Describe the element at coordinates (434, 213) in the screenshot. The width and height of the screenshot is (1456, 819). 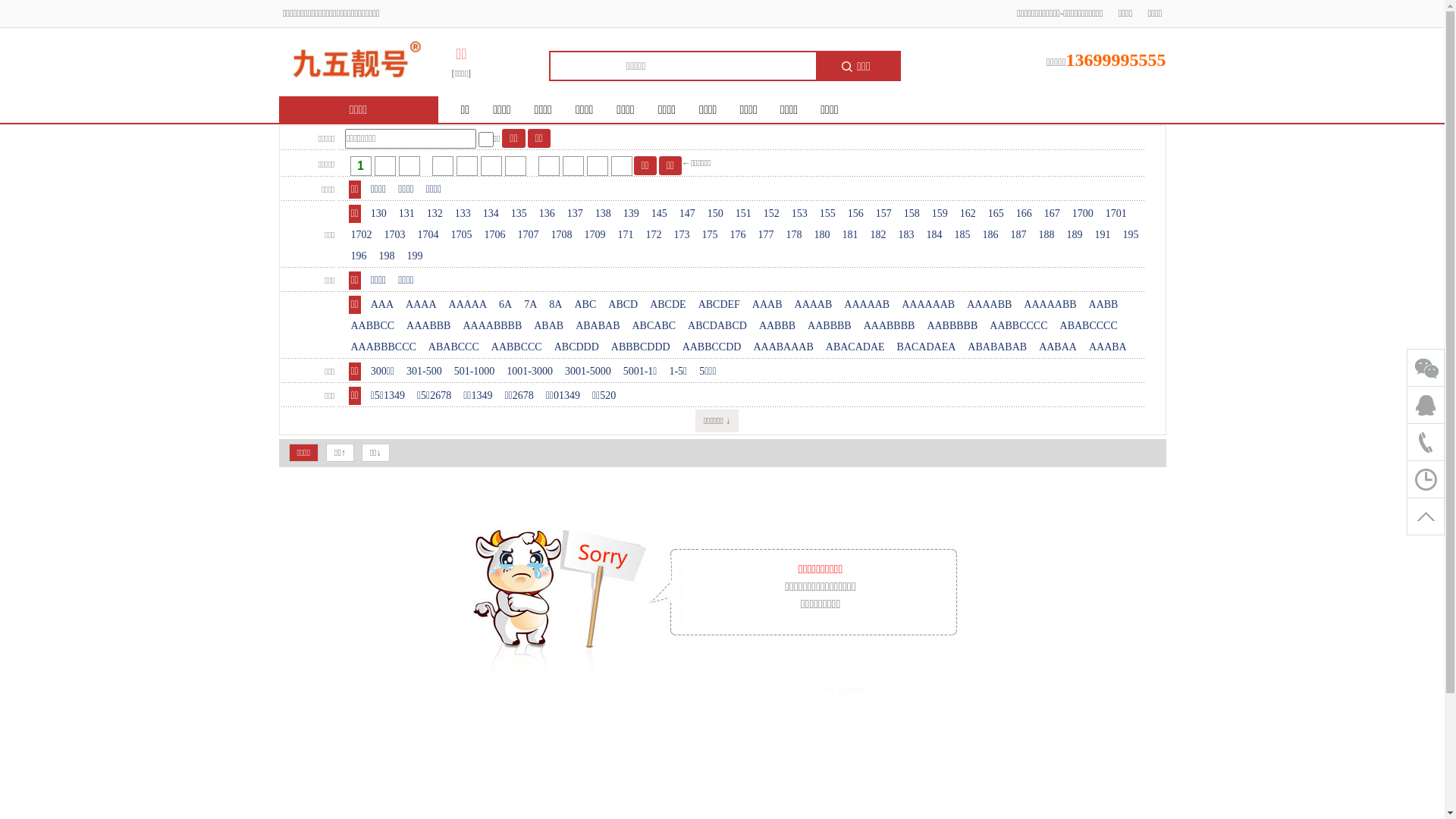
I see `'132'` at that location.